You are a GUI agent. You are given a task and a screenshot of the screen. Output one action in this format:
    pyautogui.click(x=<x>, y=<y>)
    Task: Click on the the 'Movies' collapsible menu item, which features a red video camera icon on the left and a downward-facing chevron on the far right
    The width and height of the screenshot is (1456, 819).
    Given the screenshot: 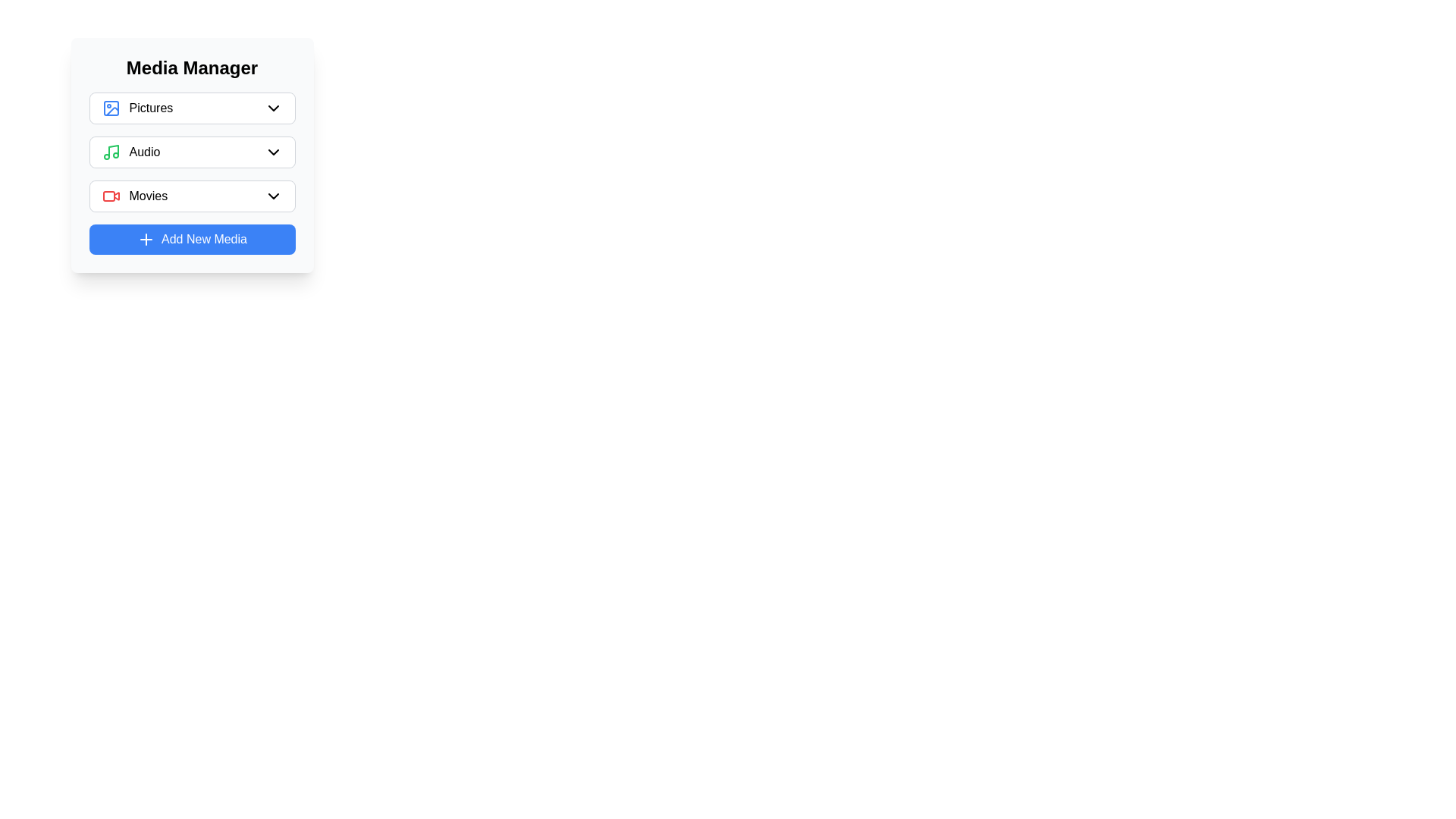 What is the action you would take?
    pyautogui.click(x=191, y=195)
    